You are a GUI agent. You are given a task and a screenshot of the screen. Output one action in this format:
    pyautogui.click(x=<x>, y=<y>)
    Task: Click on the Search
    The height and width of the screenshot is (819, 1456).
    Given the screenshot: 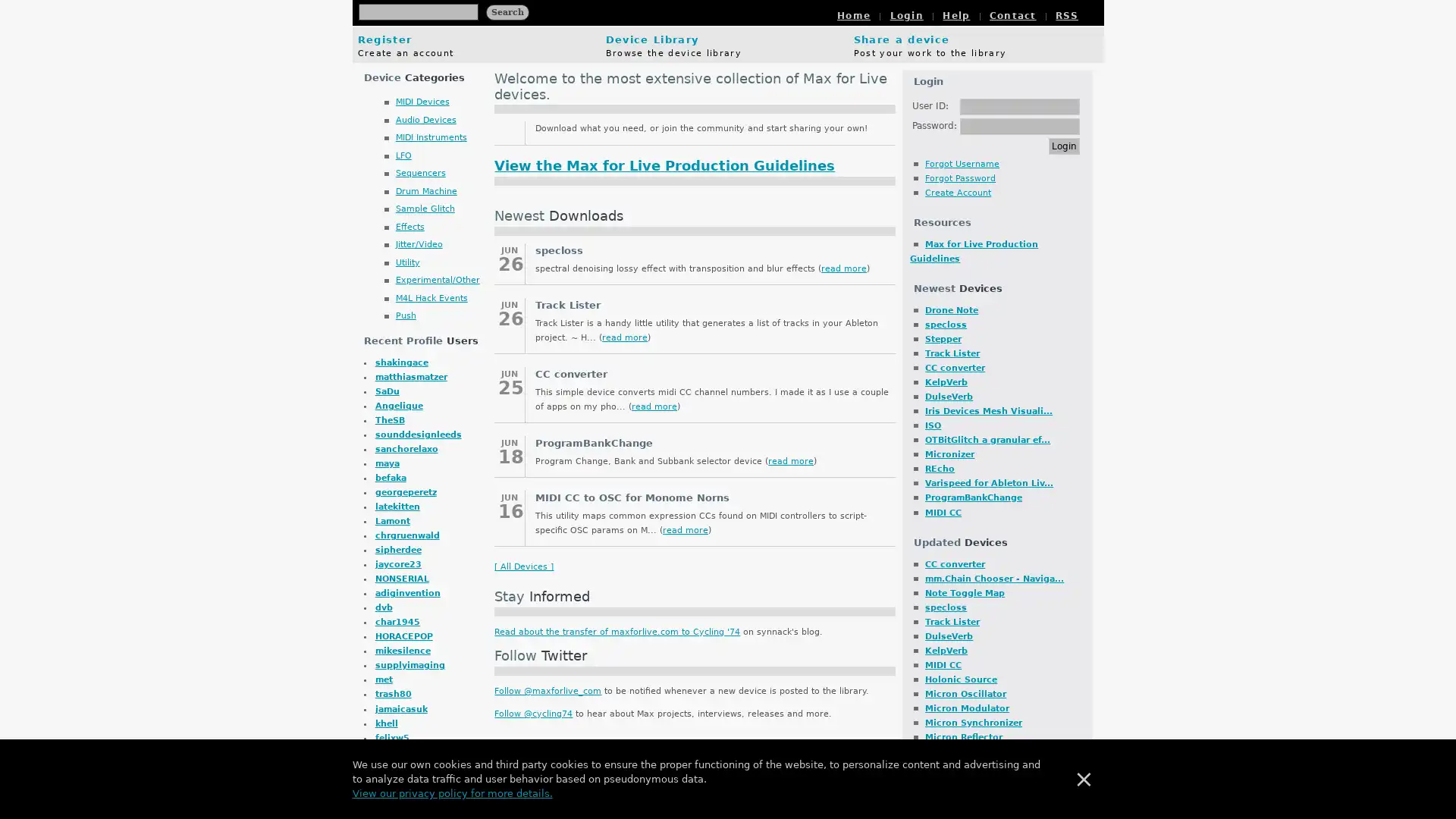 What is the action you would take?
    pyautogui.click(x=507, y=11)
    